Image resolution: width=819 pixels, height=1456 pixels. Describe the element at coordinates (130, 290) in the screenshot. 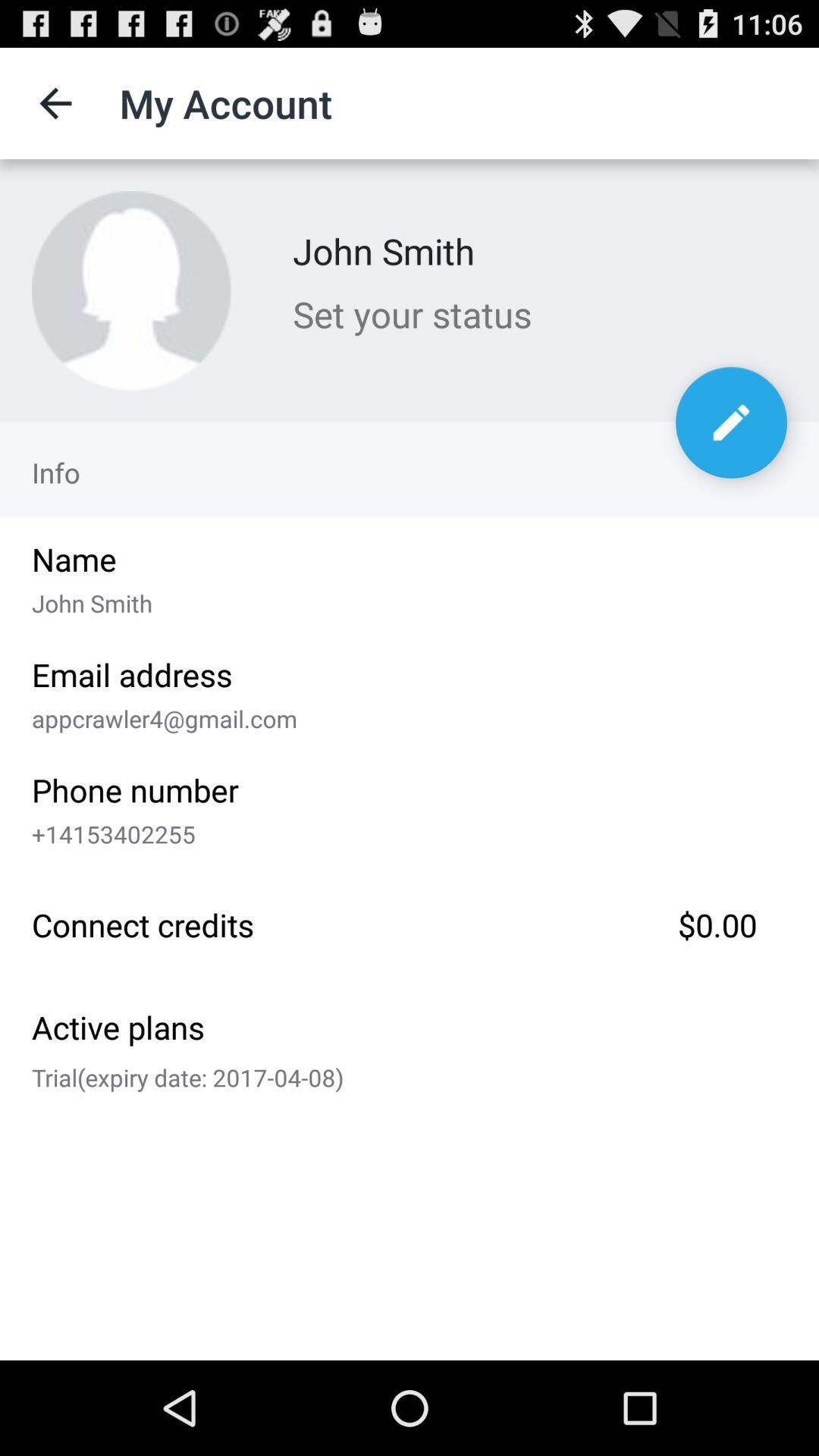

I see `the item to the left of john smith` at that location.